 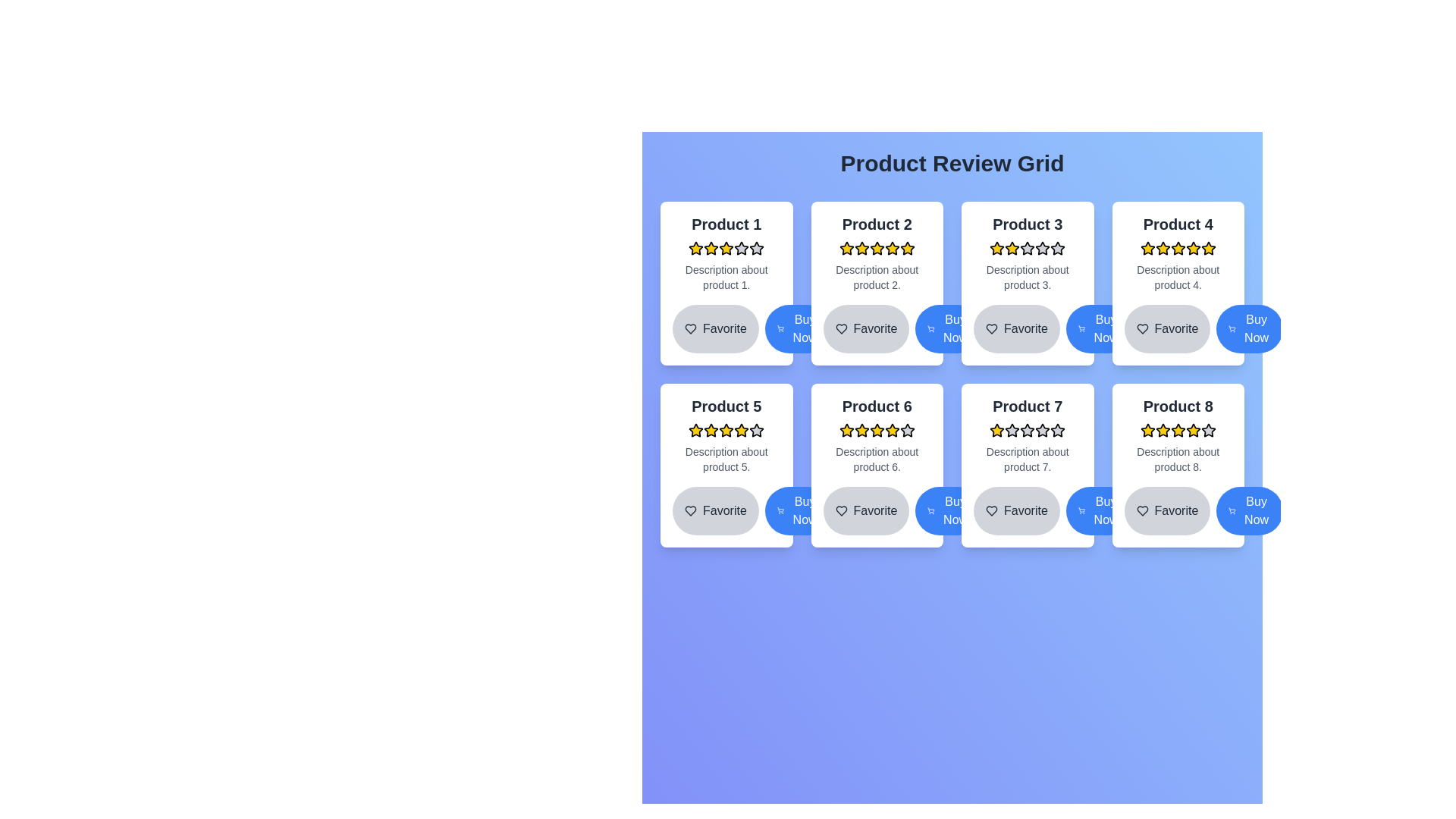 I want to click on the fifth star icon in the product rating indicator for 'Product 5' located in the second row, first column of the grid, so click(x=757, y=430).